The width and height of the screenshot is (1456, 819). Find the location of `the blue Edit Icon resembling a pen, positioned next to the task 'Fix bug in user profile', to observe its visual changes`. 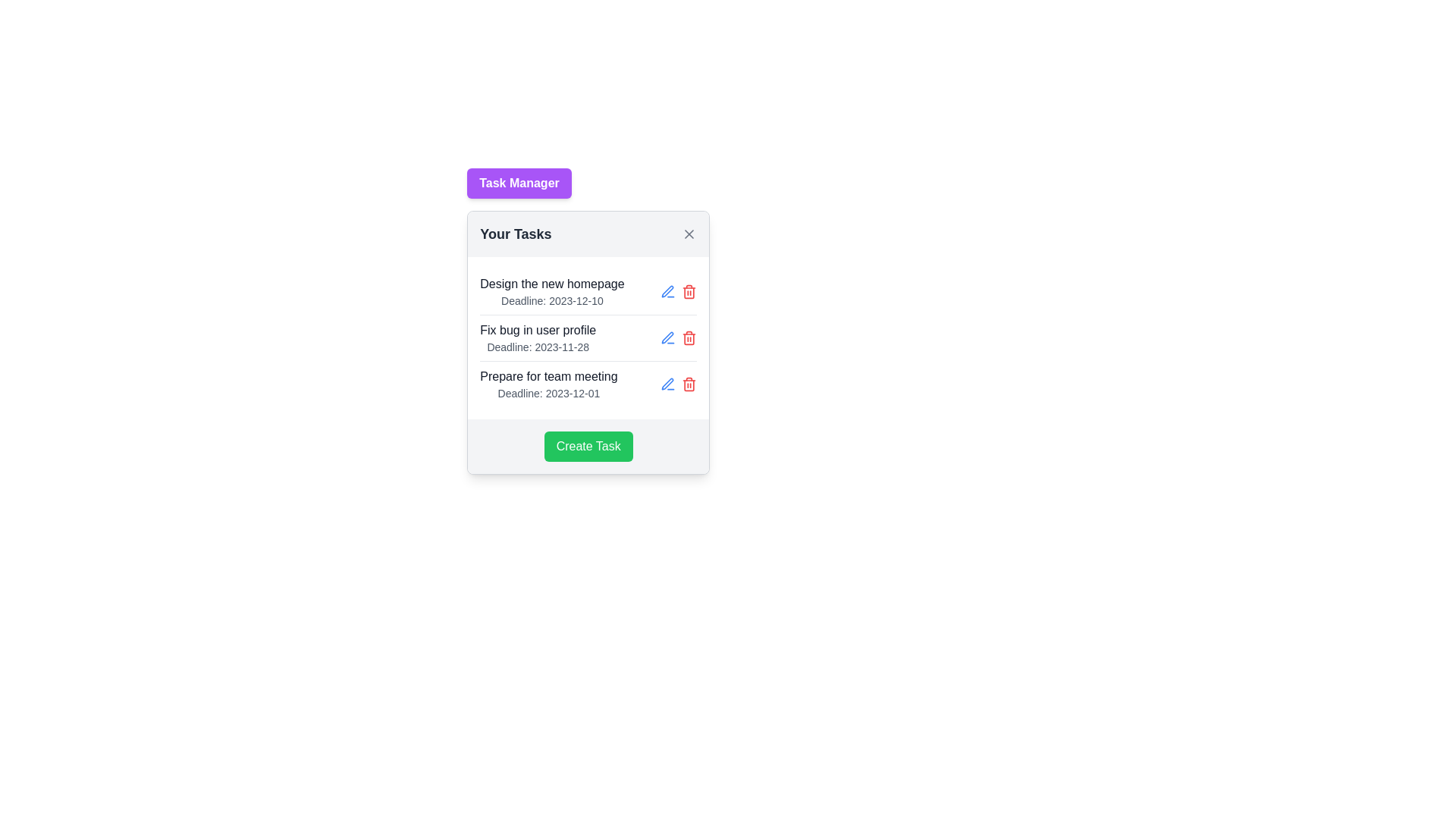

the blue Edit Icon resembling a pen, positioned next to the task 'Fix bug in user profile', to observe its visual changes is located at coordinates (667, 337).